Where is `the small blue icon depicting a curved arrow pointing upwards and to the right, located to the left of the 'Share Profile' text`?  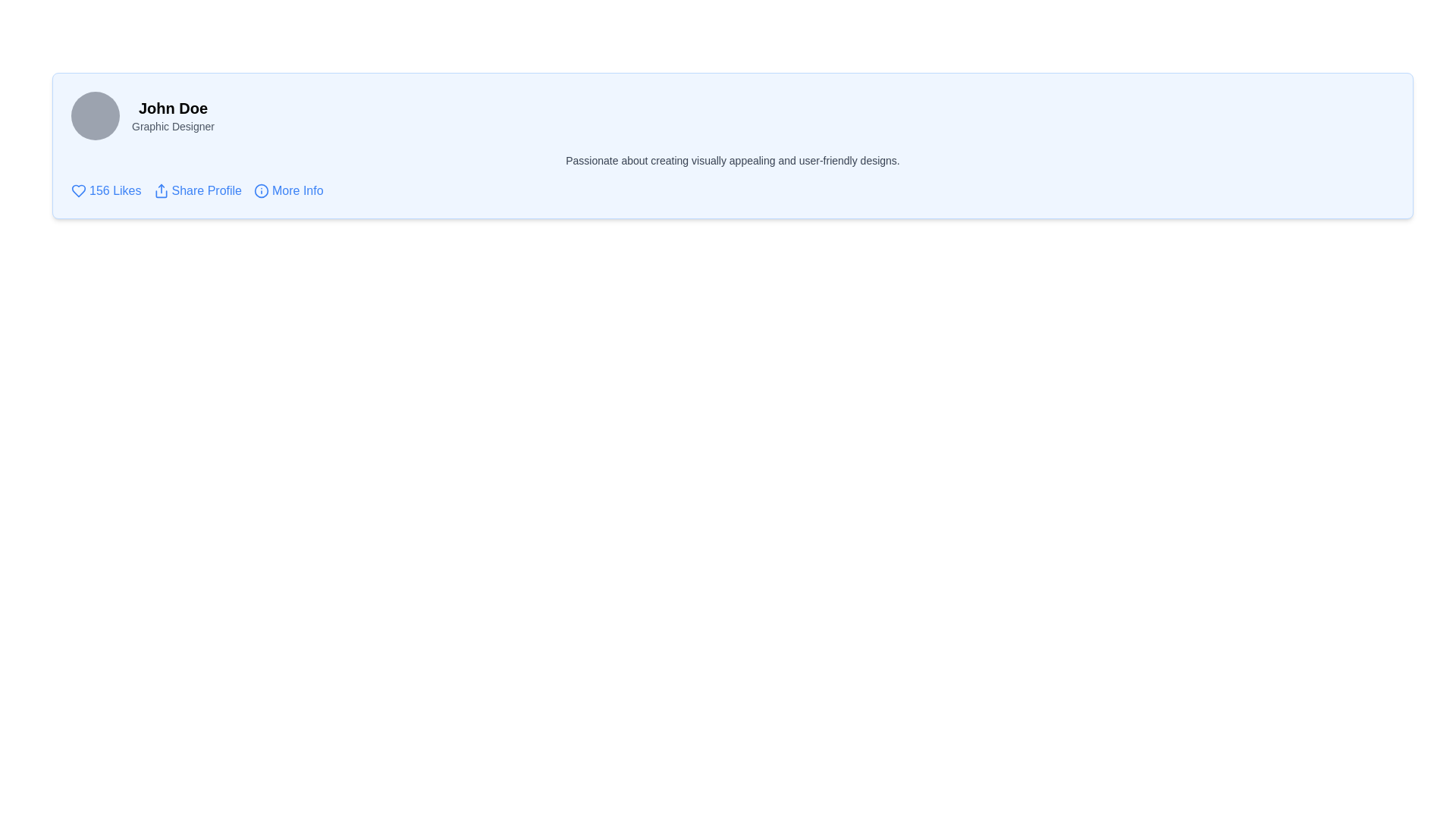 the small blue icon depicting a curved arrow pointing upwards and to the right, located to the left of the 'Share Profile' text is located at coordinates (161, 190).